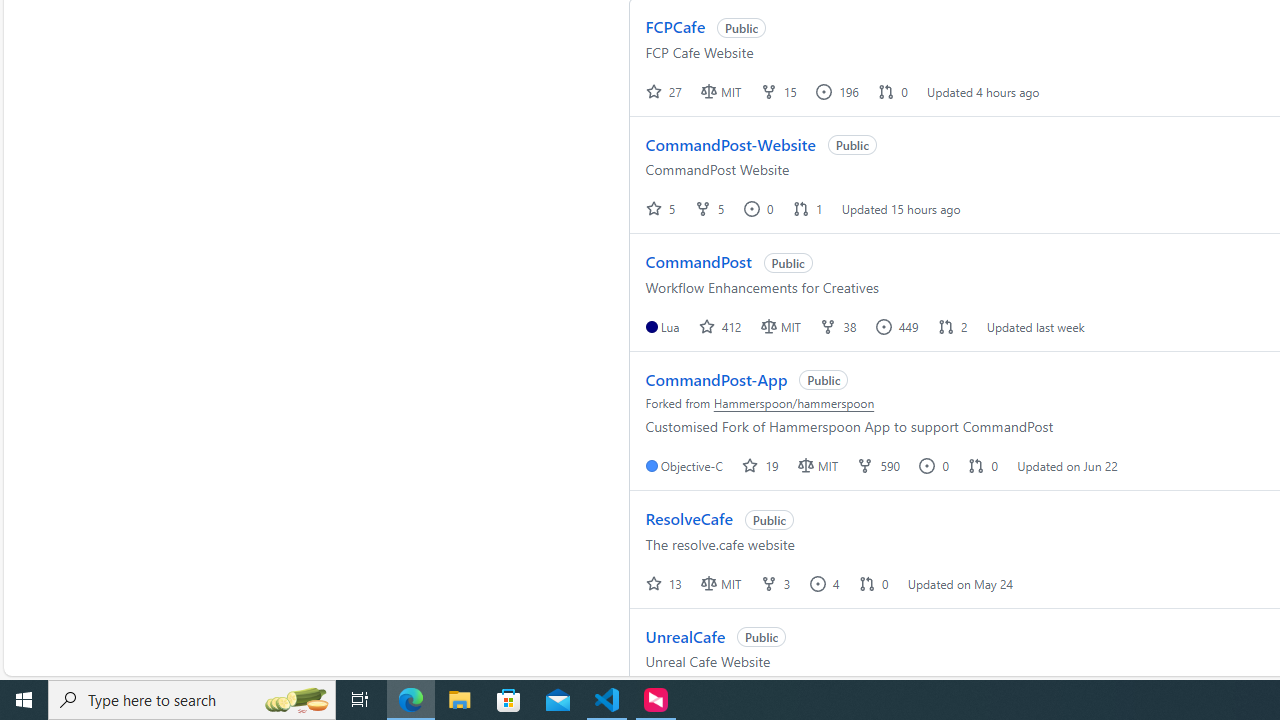 The height and width of the screenshot is (720, 1280). I want to click on ' 5 ', so click(661, 208).